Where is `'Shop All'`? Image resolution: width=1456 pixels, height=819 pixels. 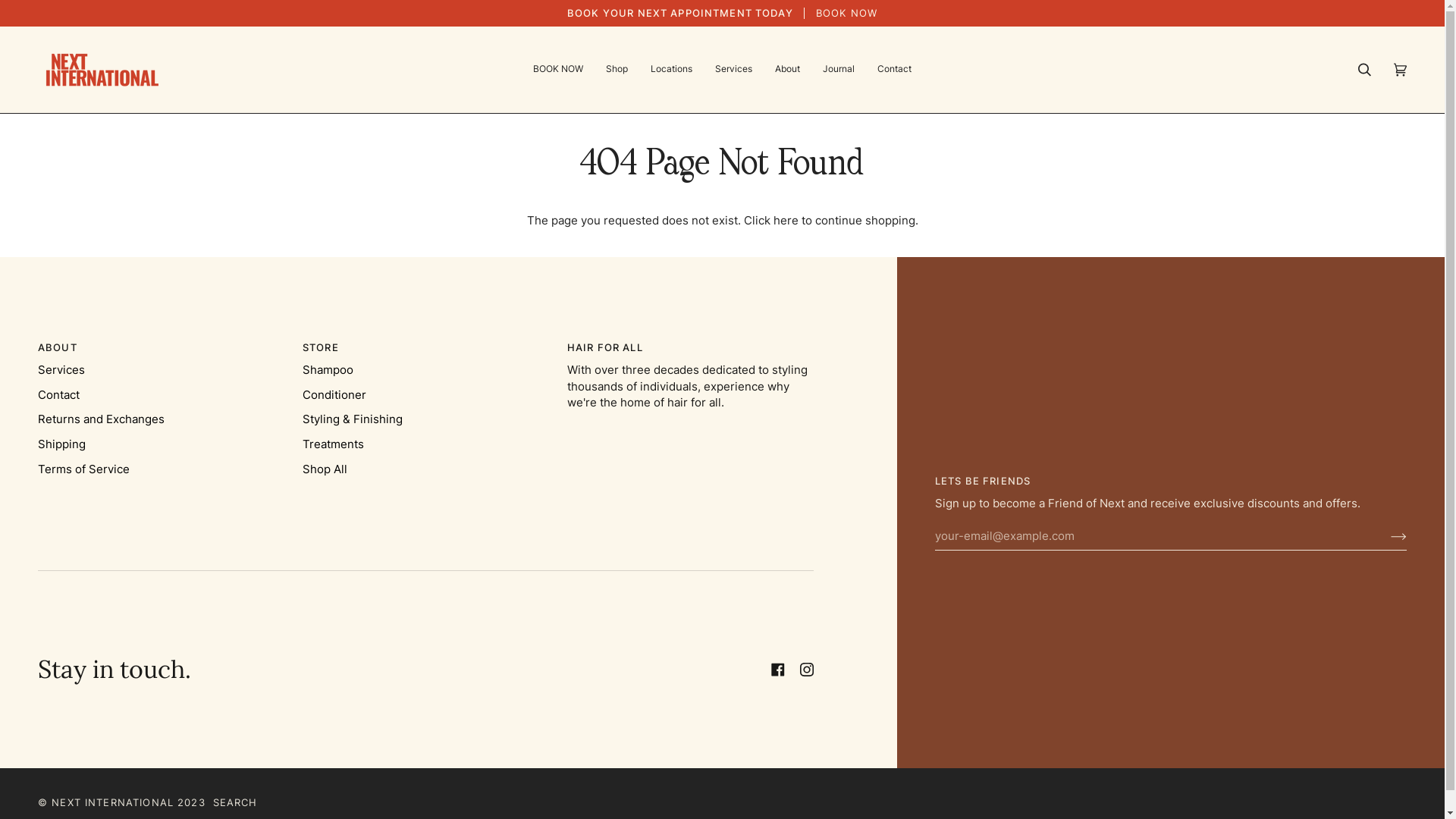
'Shop All' is located at coordinates (324, 468).